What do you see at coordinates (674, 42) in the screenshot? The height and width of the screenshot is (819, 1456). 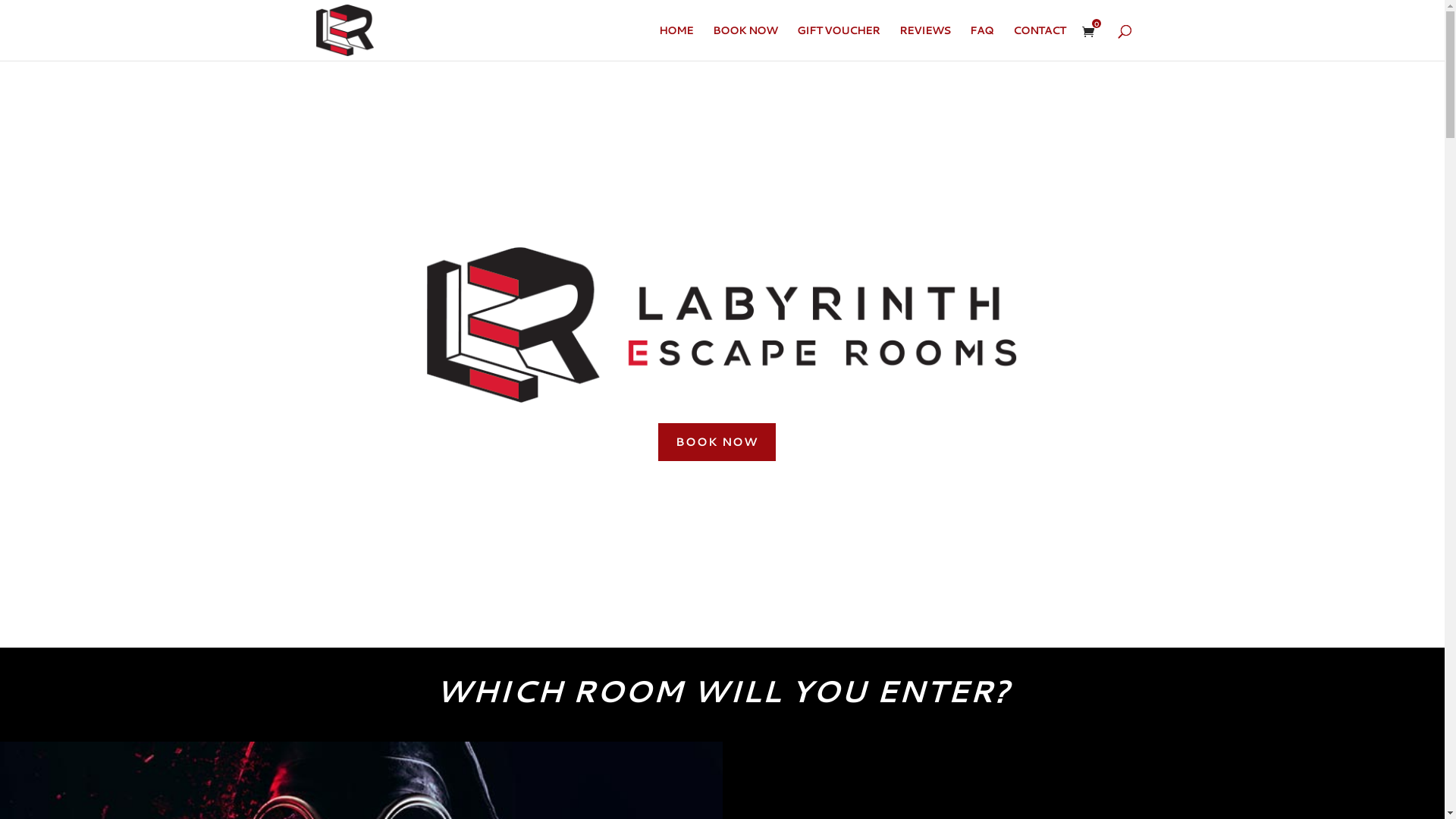 I see `'HOME'` at bounding box center [674, 42].